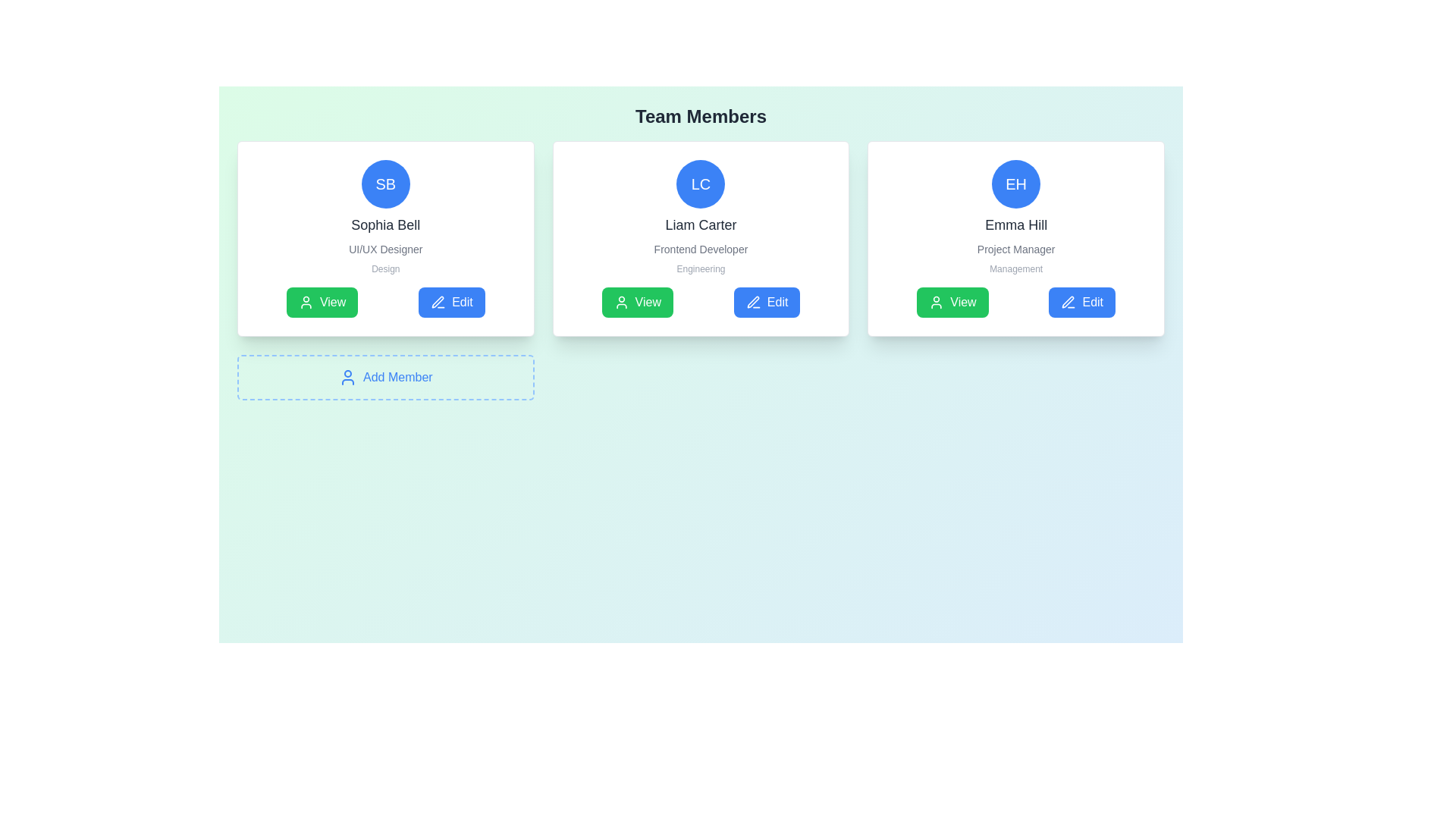  What do you see at coordinates (936, 302) in the screenshot?
I see `the green 'View' button for 'Emma Hill', which contains the icon on its left side` at bounding box center [936, 302].